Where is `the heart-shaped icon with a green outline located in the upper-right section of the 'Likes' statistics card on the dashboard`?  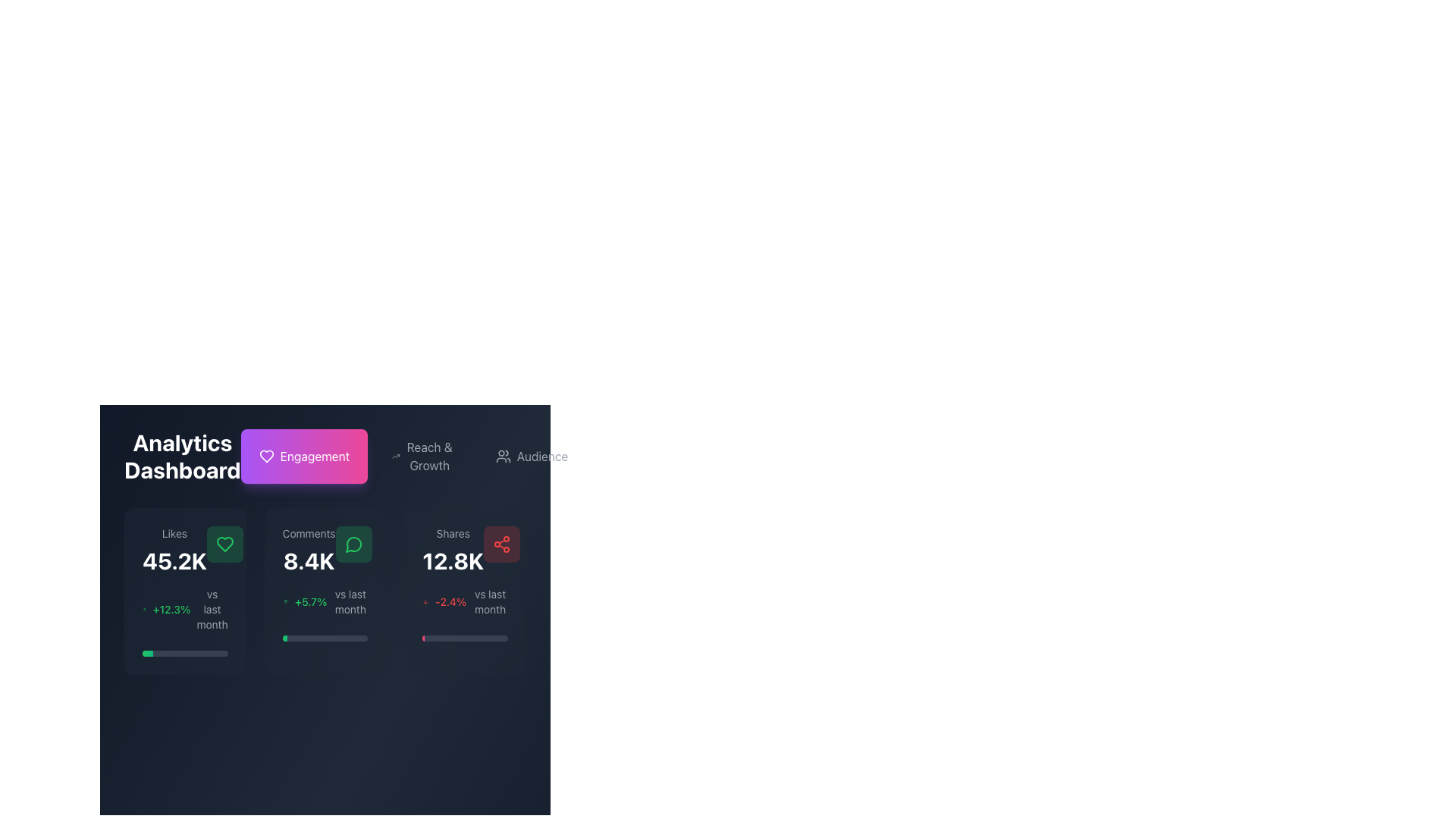 the heart-shaped icon with a green outline located in the upper-right section of the 'Likes' statistics card on the dashboard is located at coordinates (224, 543).